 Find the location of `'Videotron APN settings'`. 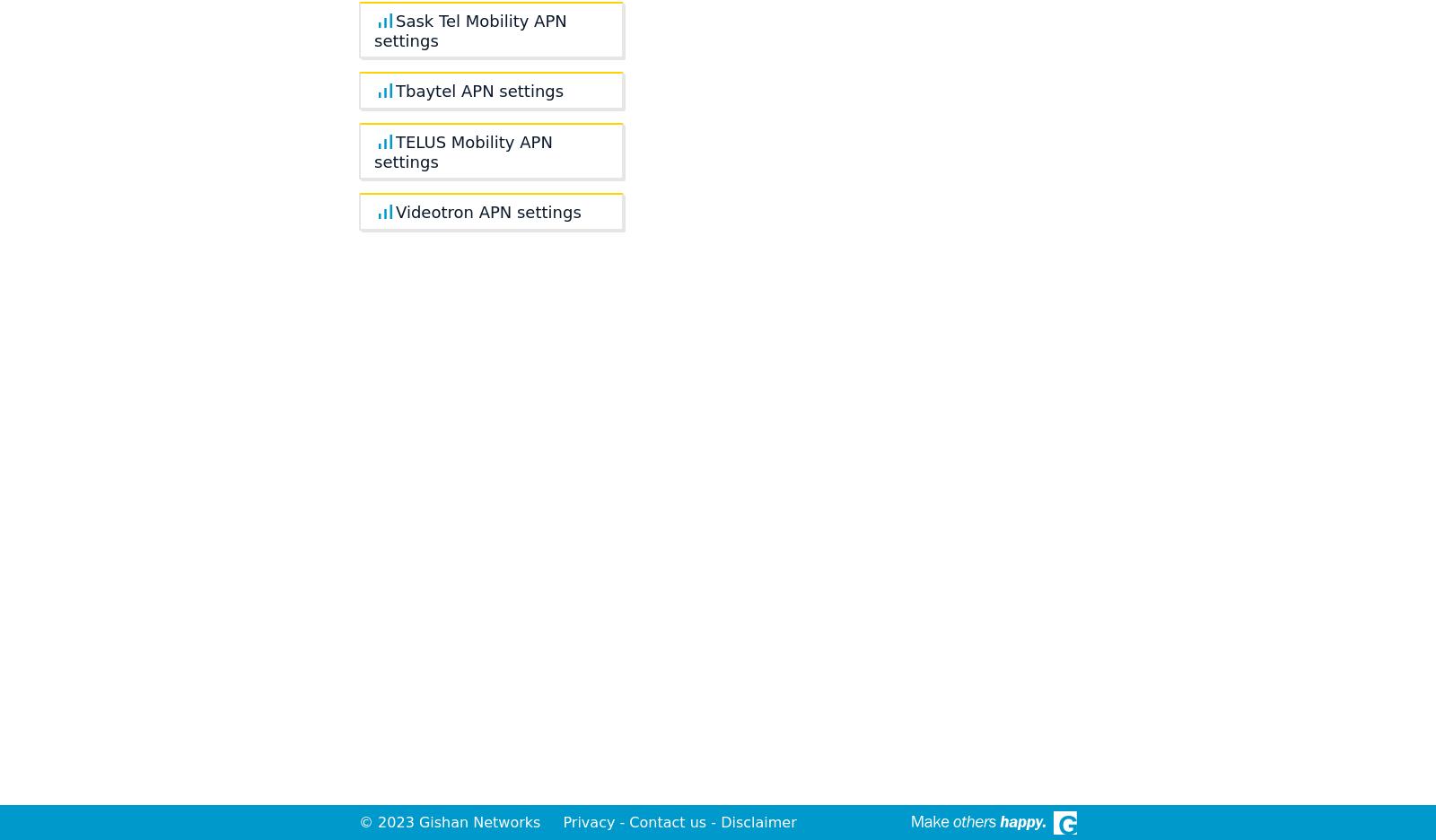

'Videotron APN settings' is located at coordinates (487, 211).